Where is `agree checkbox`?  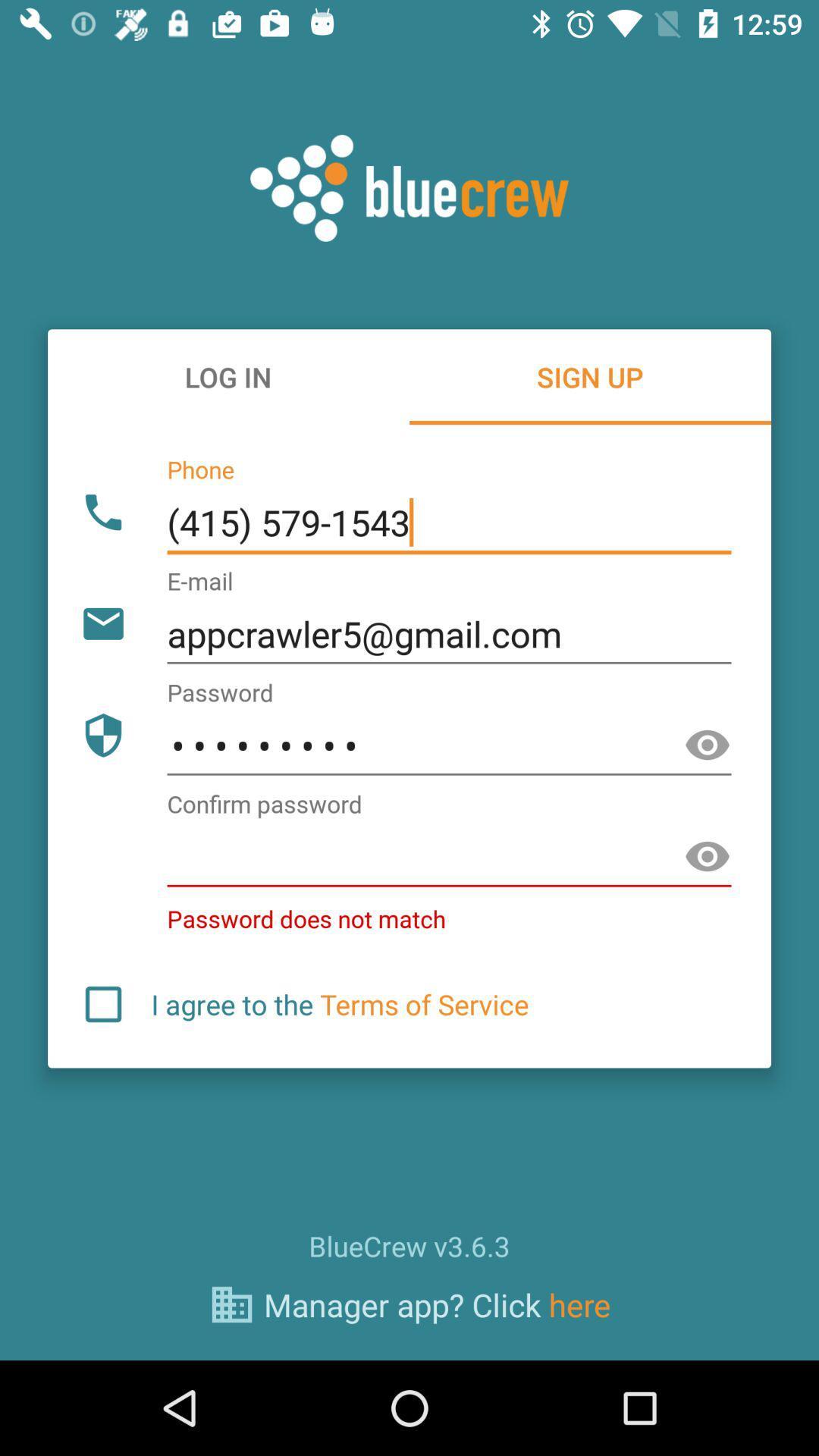
agree checkbox is located at coordinates (102, 1004).